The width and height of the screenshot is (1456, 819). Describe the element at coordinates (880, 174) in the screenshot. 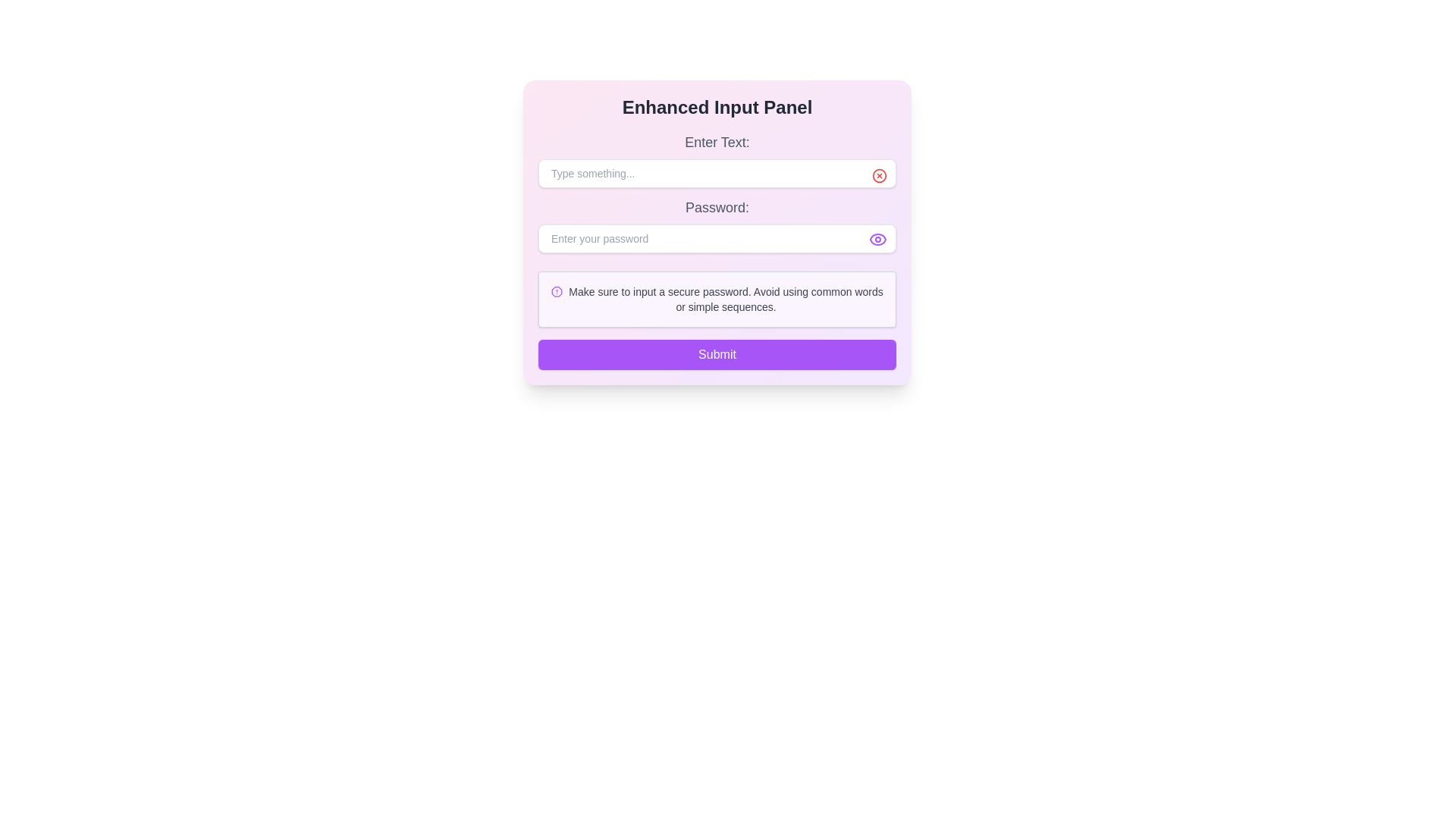

I see `the Circle icon with a cross located at the top right of the 'Enter Text' input field, which indicates a clear or error action` at that location.